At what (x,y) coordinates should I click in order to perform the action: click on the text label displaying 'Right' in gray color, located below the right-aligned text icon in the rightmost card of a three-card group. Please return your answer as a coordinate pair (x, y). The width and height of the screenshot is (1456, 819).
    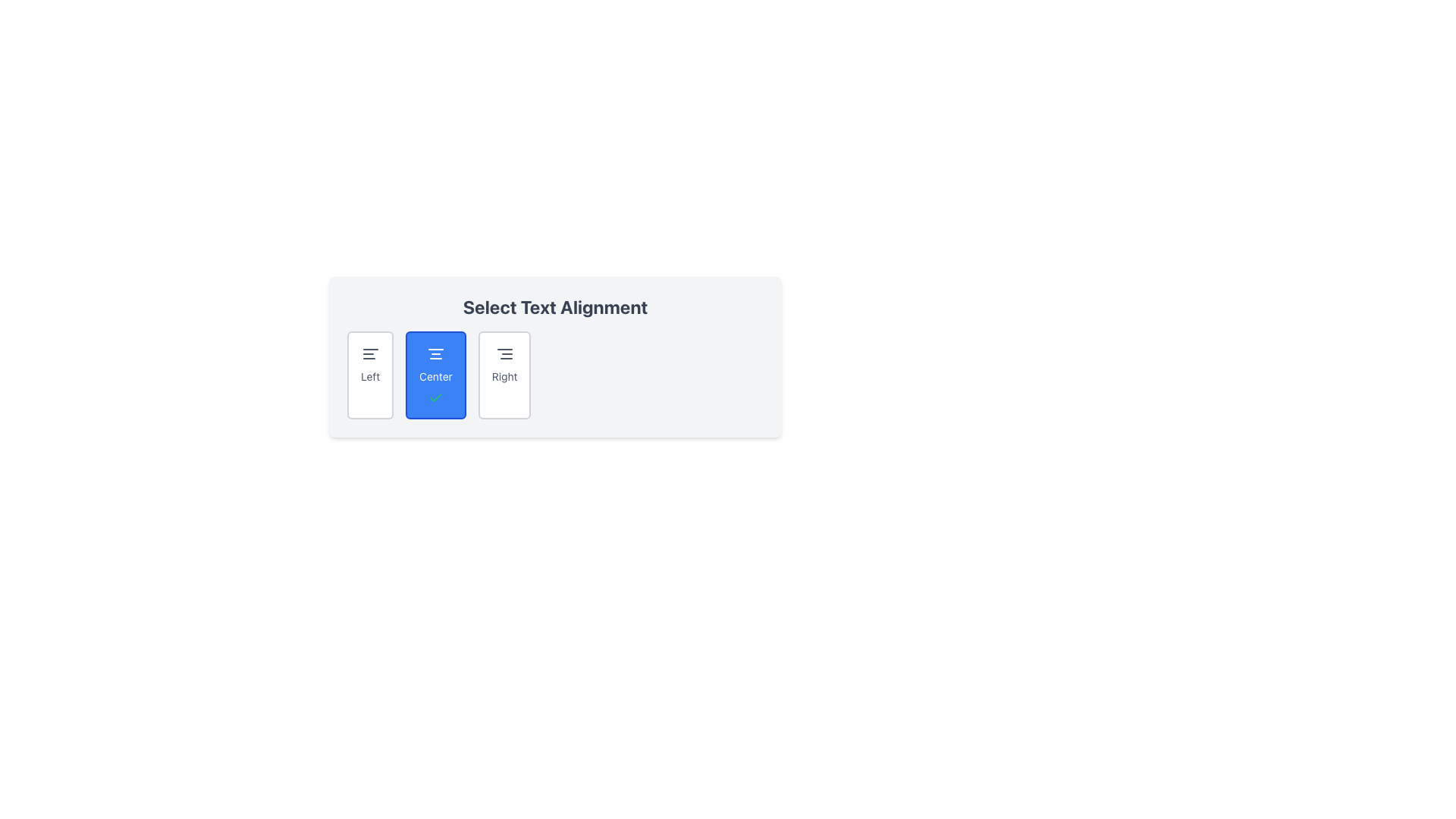
    Looking at the image, I should click on (504, 376).